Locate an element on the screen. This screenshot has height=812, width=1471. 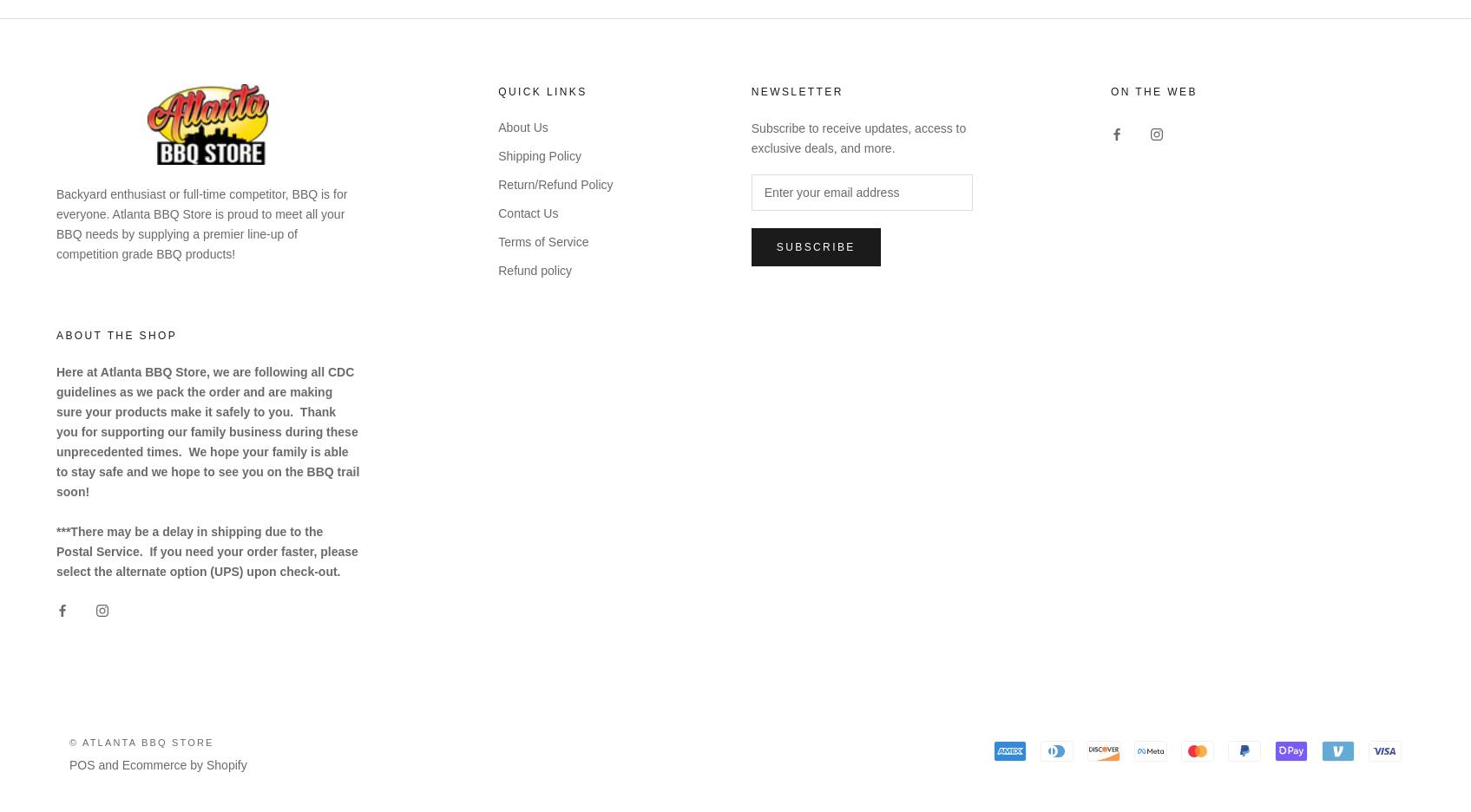
'Refund policy' is located at coordinates (534, 270).